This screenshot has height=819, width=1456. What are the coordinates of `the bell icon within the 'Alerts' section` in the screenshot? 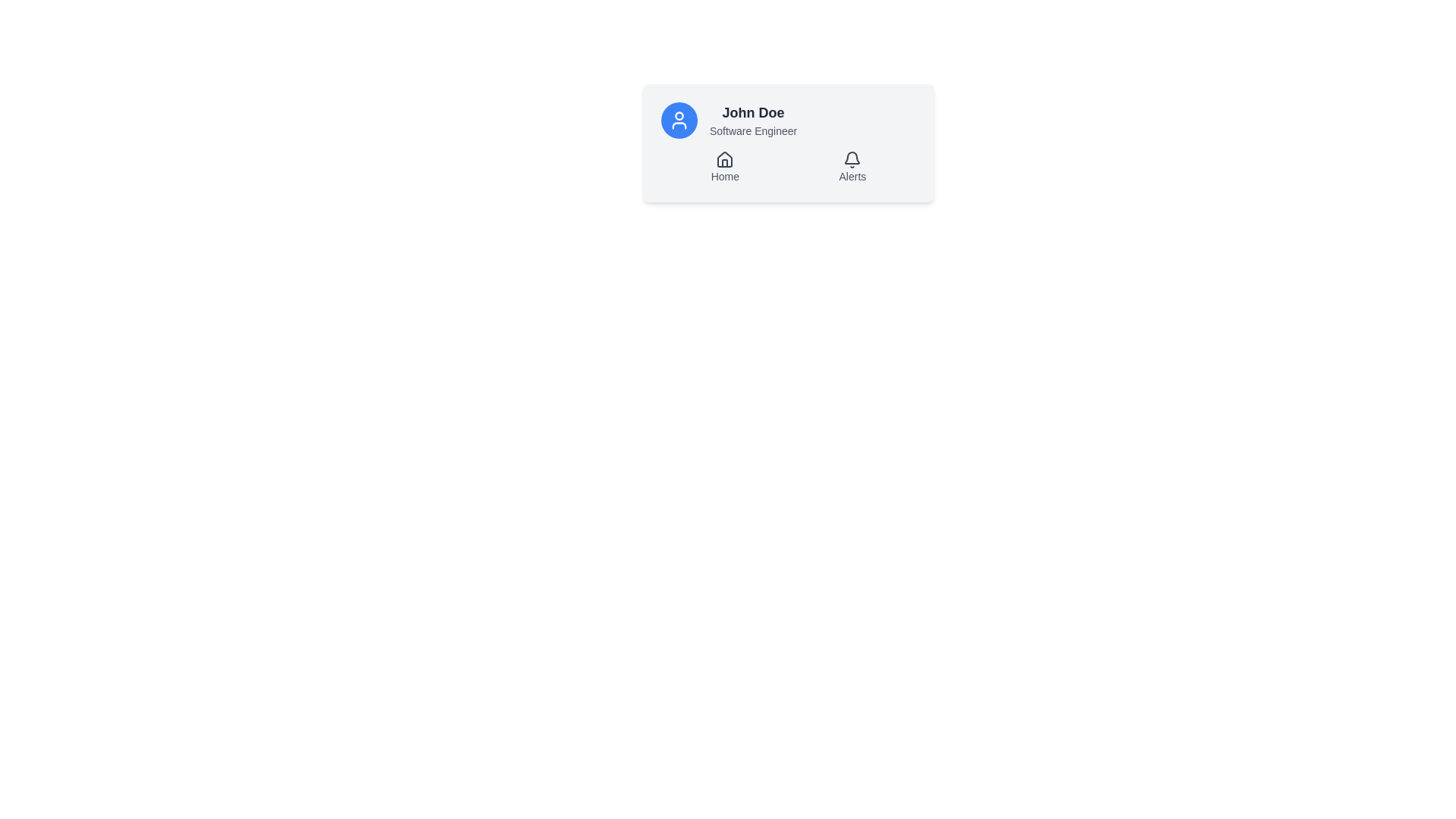 It's located at (852, 158).